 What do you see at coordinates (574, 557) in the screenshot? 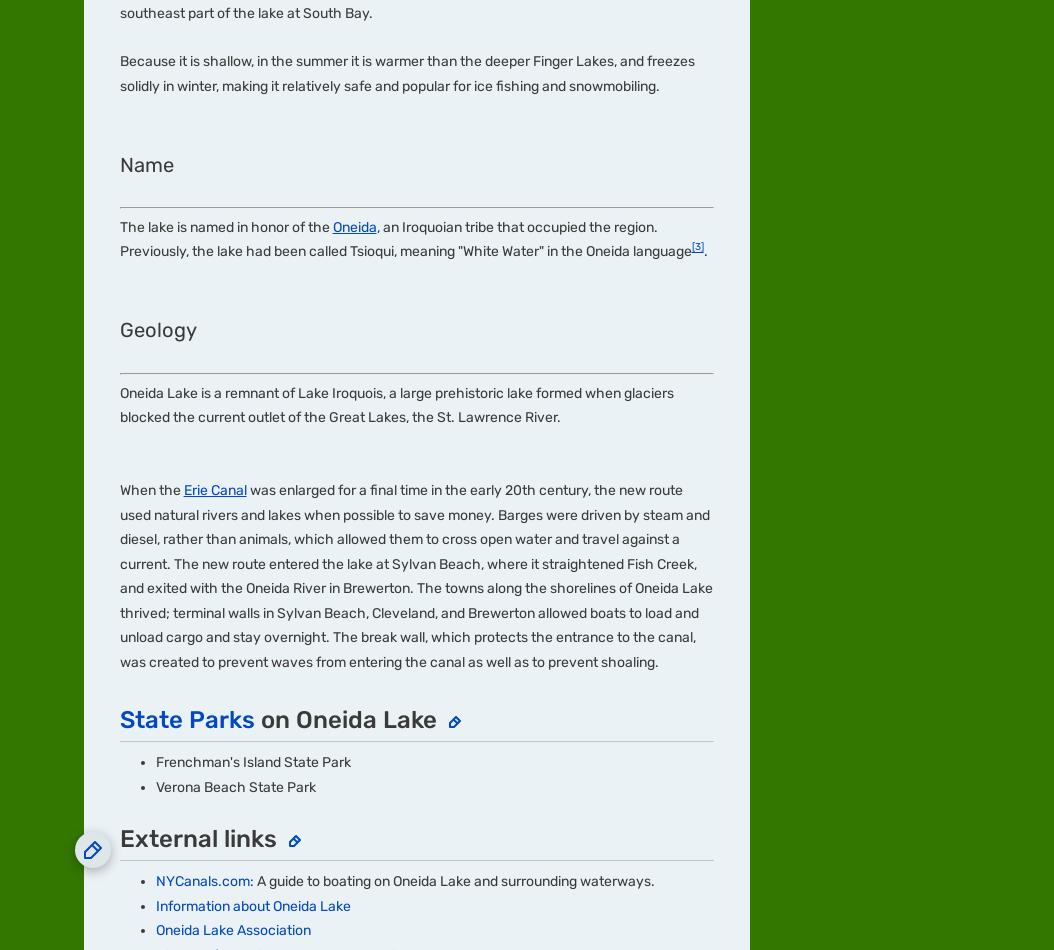
I see `'Do Not Sell or Share My Personal Information'` at bounding box center [574, 557].